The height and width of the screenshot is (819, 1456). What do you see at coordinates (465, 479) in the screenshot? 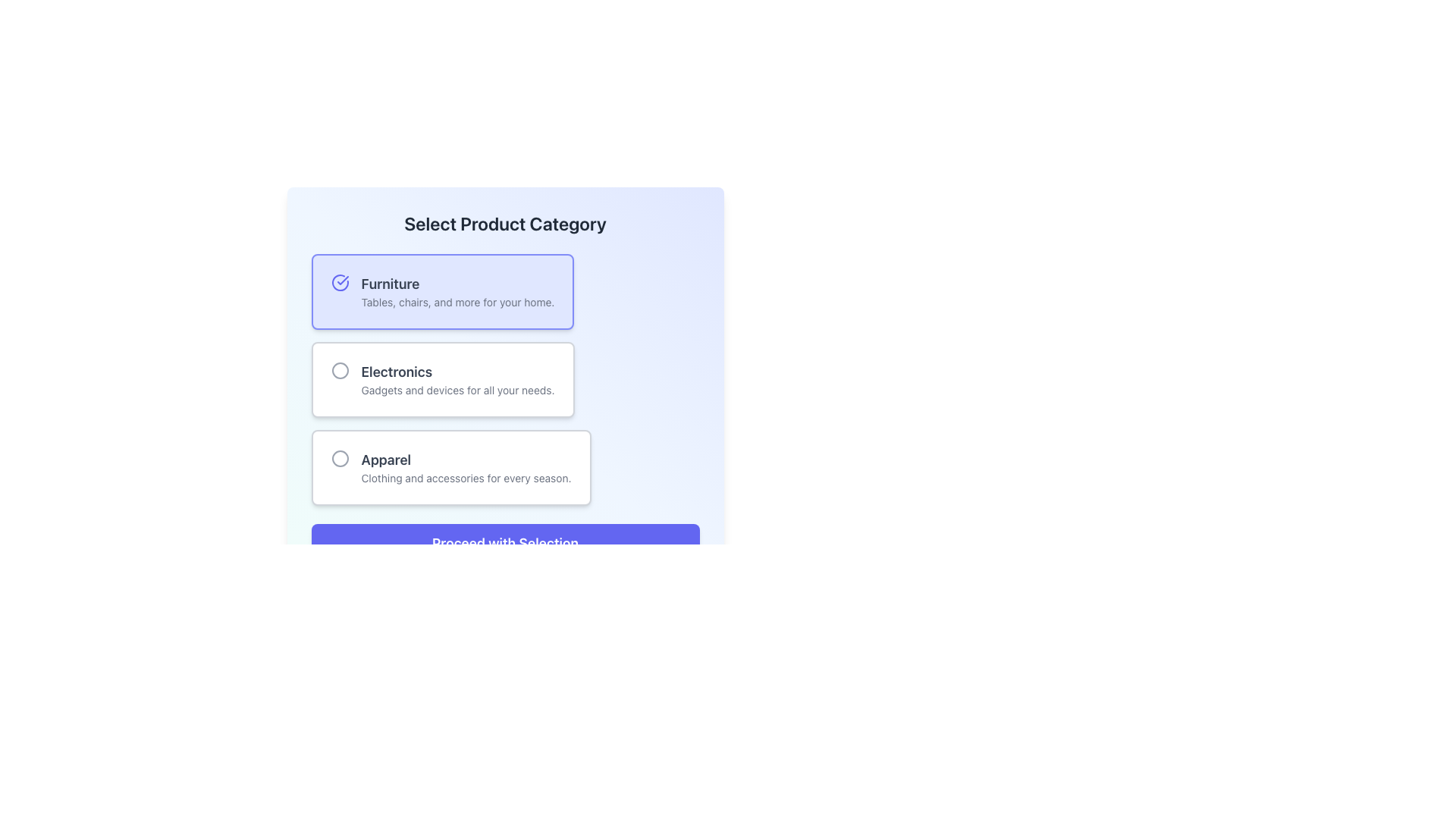
I see `the static text providing additional information about the 'Apparel' category, located directly beneath the heading 'Apparel' in the third selection box` at bounding box center [465, 479].